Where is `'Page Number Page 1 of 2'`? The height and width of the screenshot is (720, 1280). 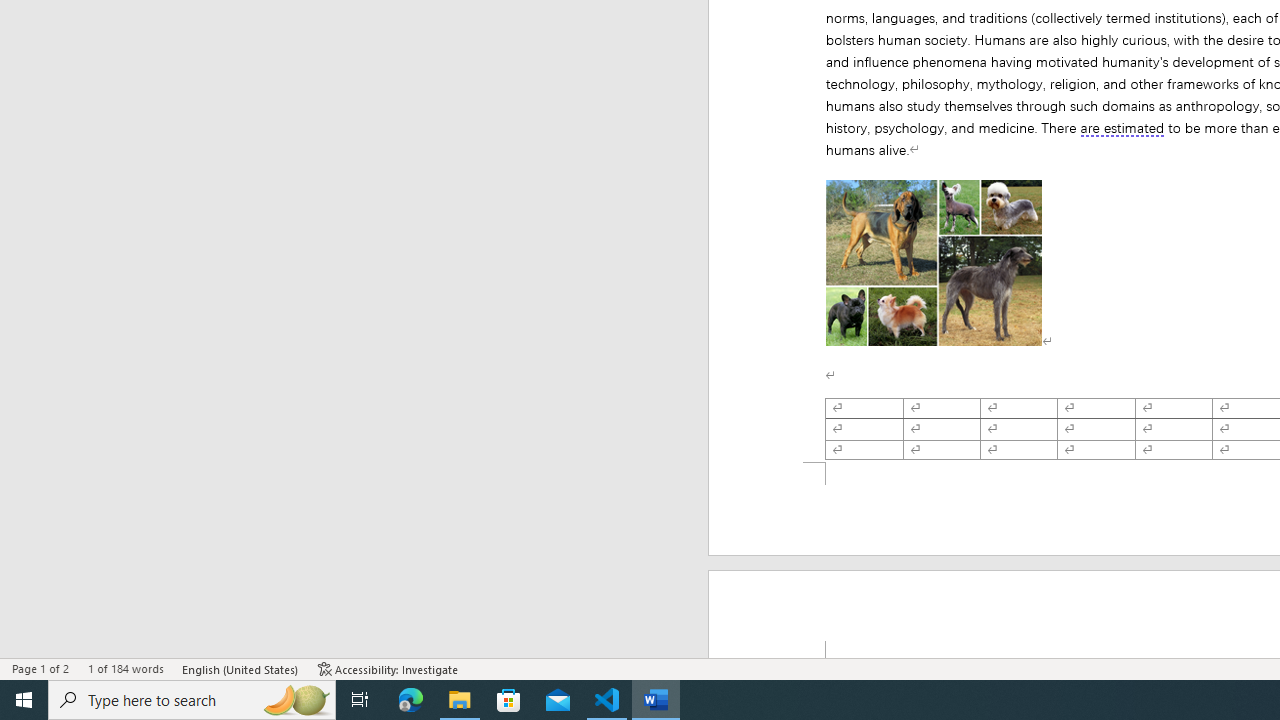
'Page Number Page 1 of 2' is located at coordinates (40, 669).